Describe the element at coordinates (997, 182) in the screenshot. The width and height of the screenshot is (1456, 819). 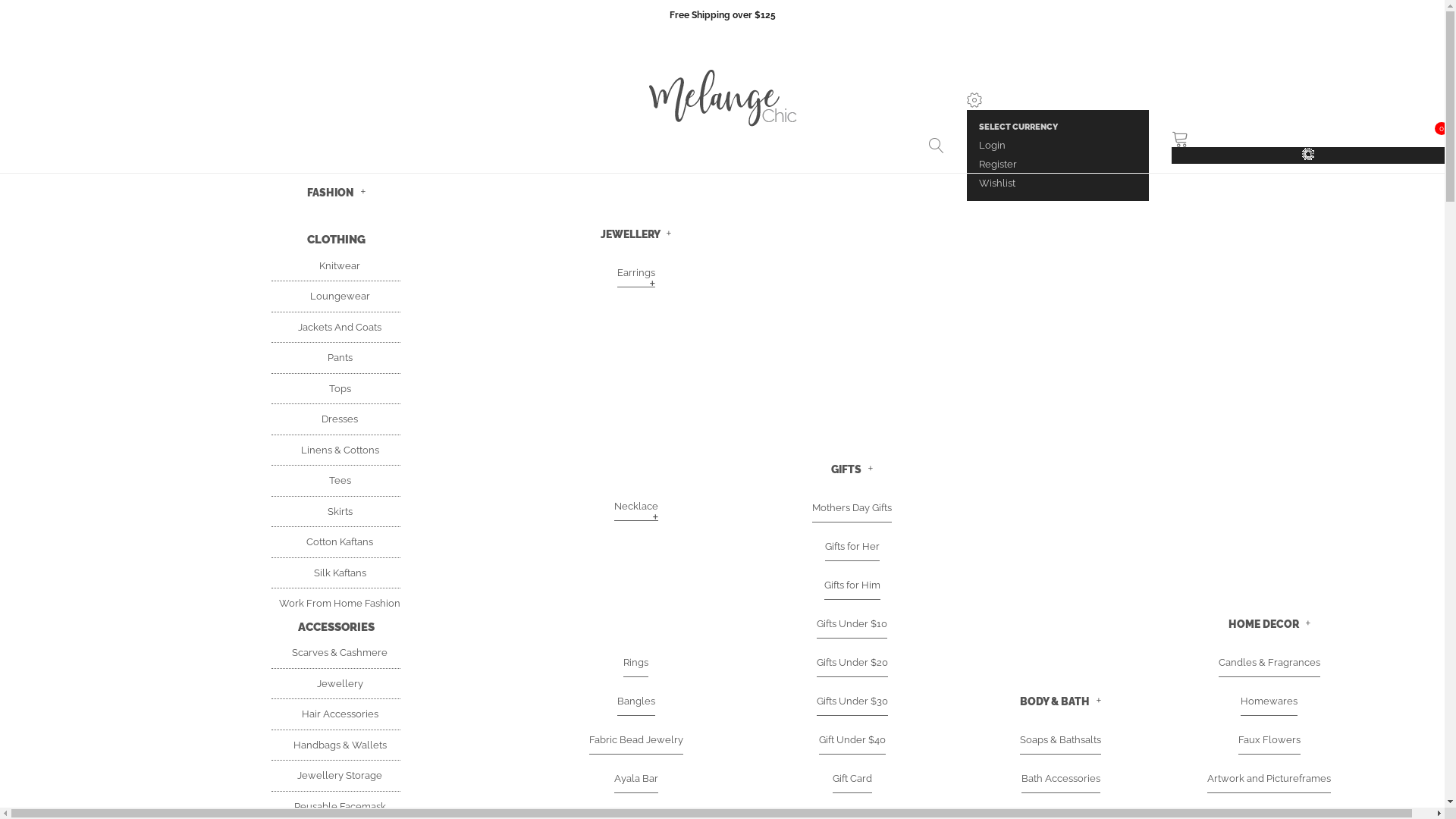
I see `'Wishlist'` at that location.